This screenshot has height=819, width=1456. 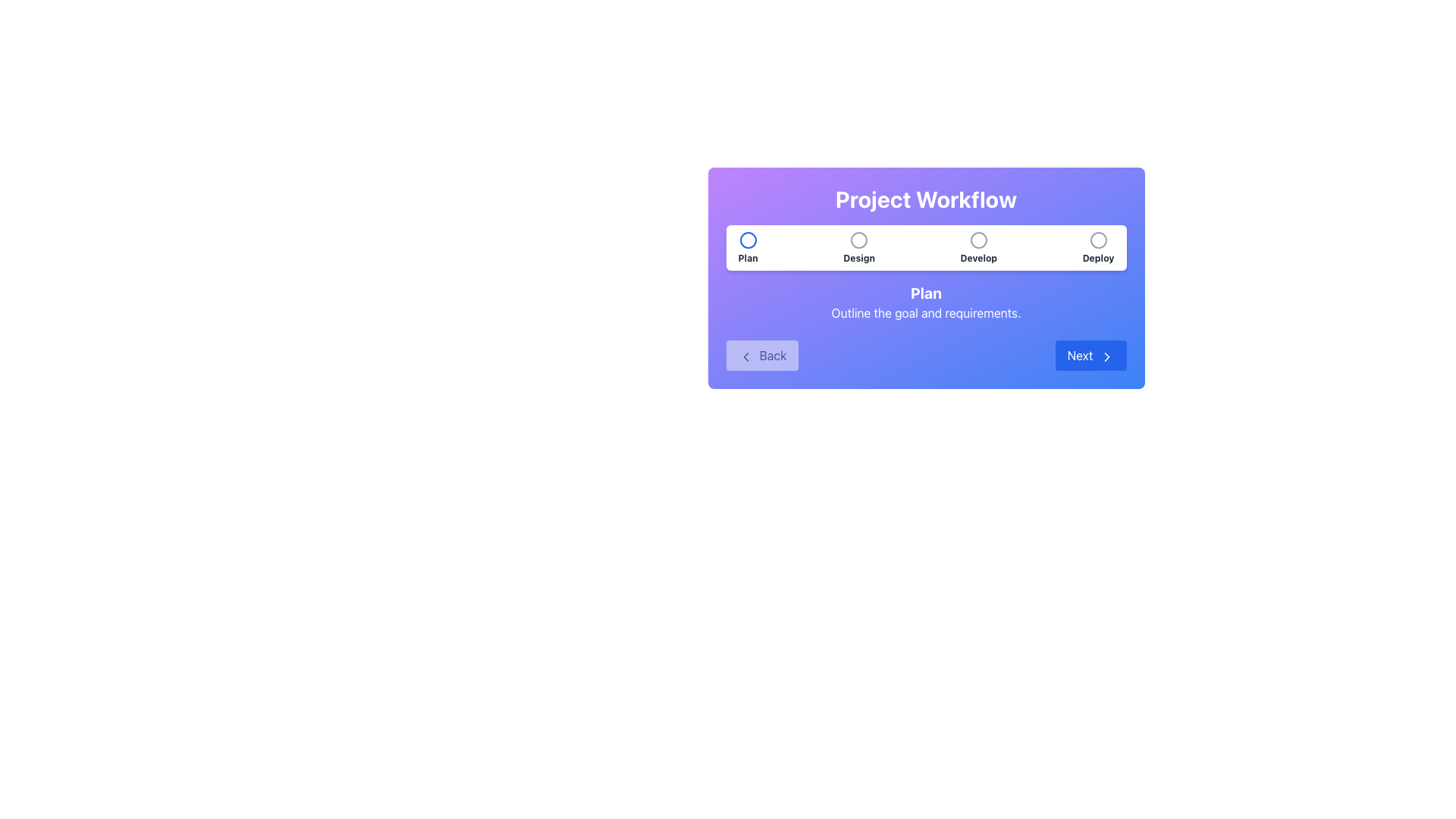 What do you see at coordinates (925, 278) in the screenshot?
I see `the navigational options within the vibrant card component that features a gradient background and embedded steps to change steps` at bounding box center [925, 278].